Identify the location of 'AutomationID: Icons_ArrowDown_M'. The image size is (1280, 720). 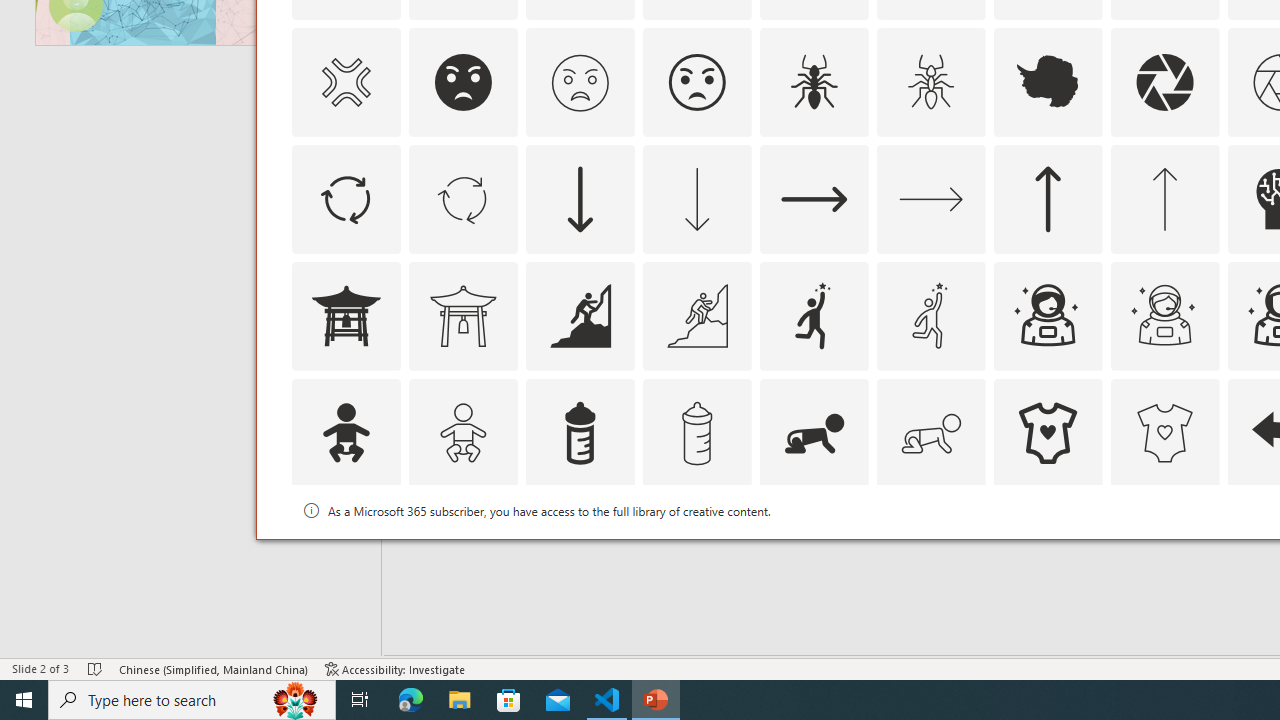
(696, 198).